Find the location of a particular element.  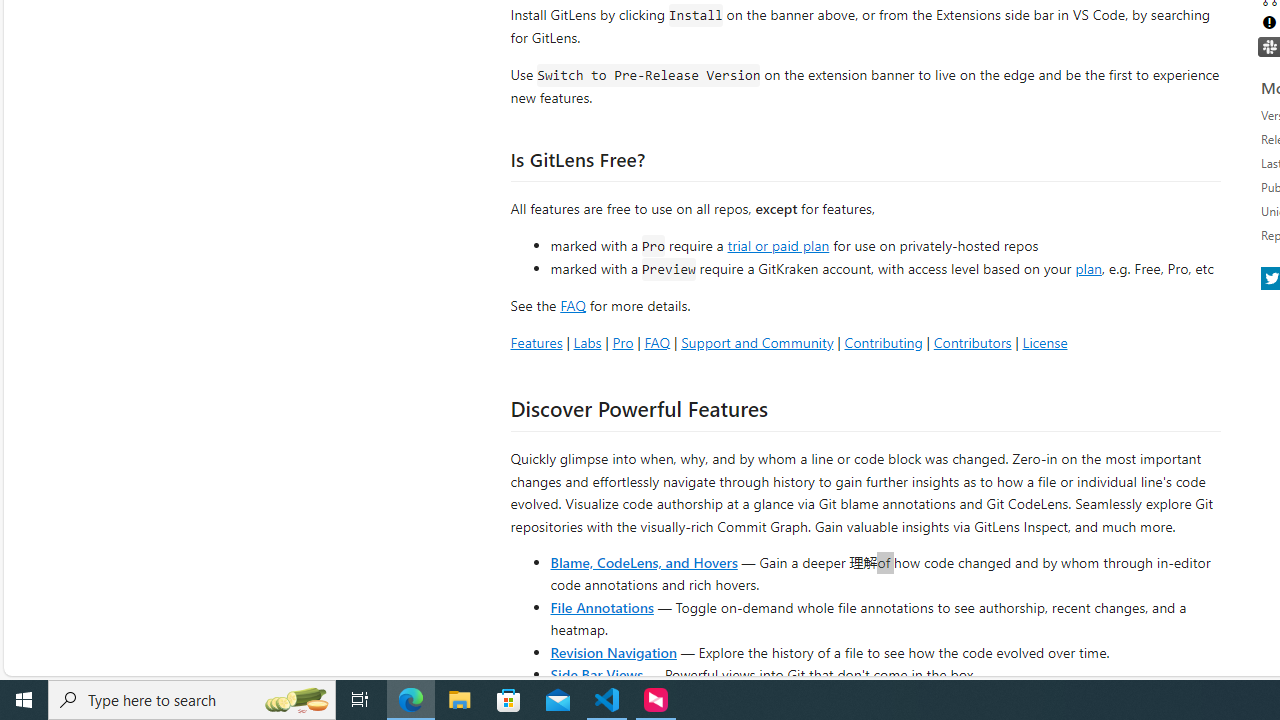

'plan' is located at coordinates (1087, 268).